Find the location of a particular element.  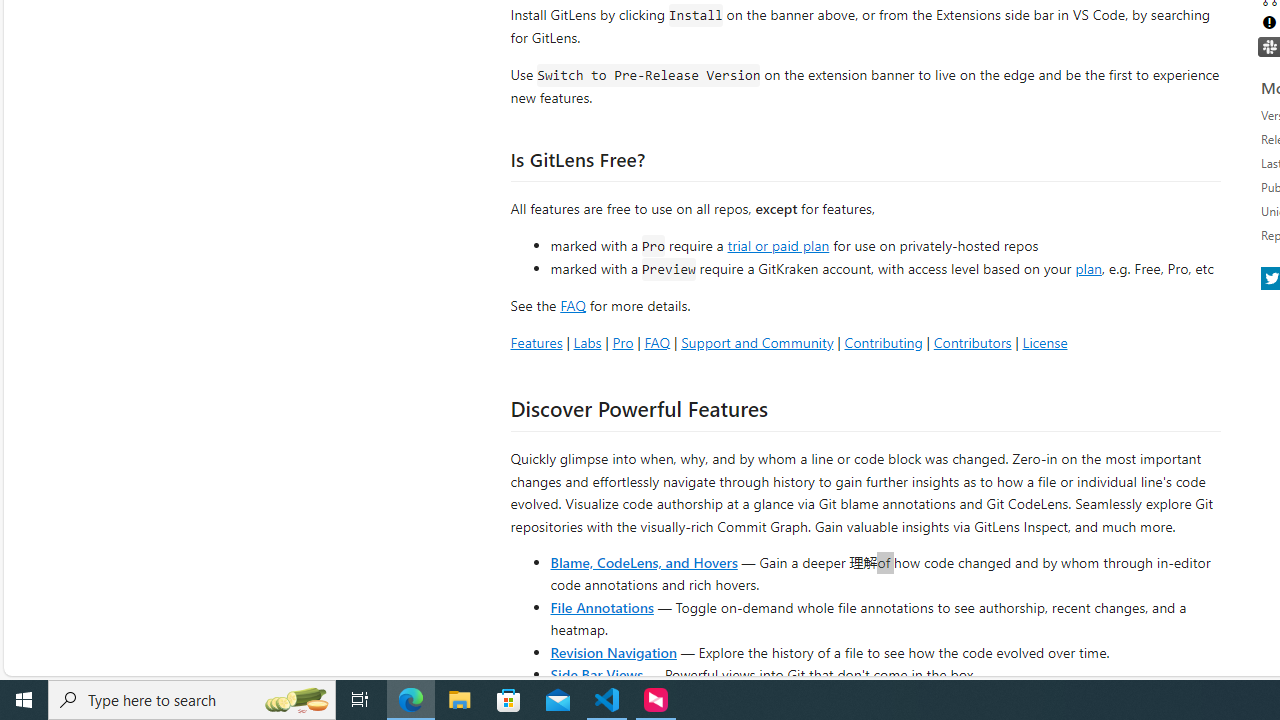

'plan' is located at coordinates (1087, 268).